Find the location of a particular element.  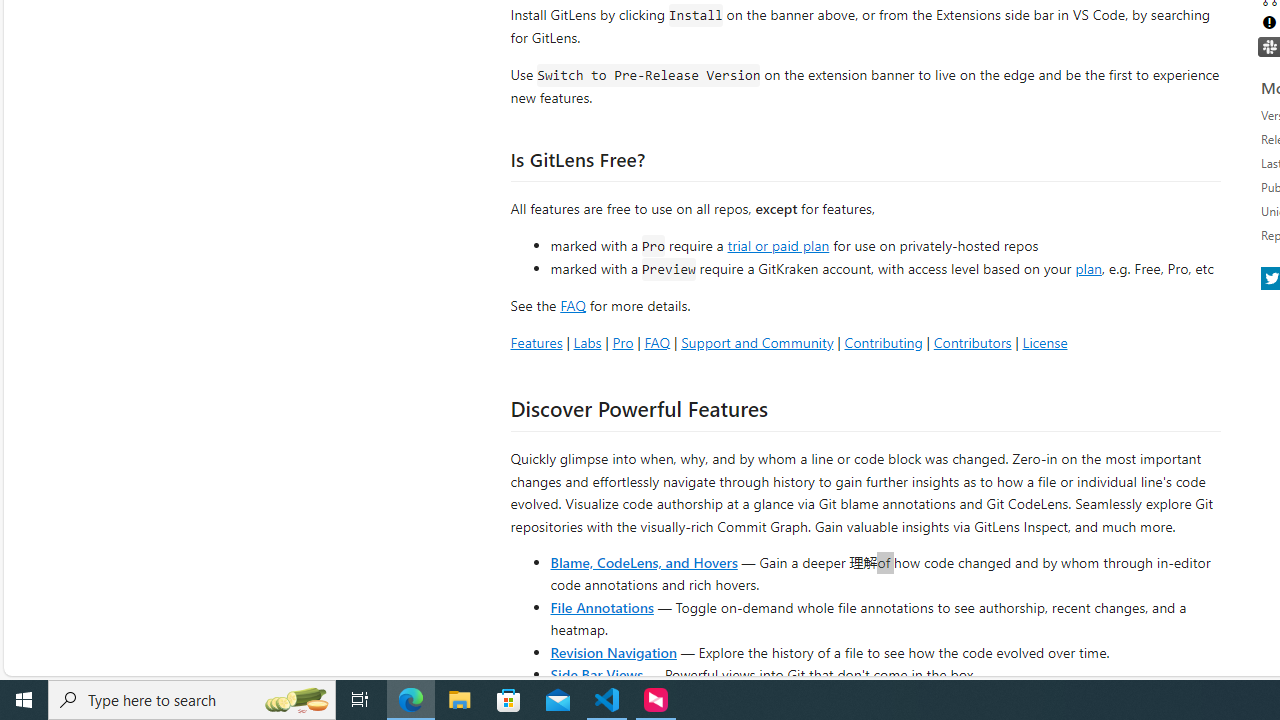

'plan' is located at coordinates (1087, 268).